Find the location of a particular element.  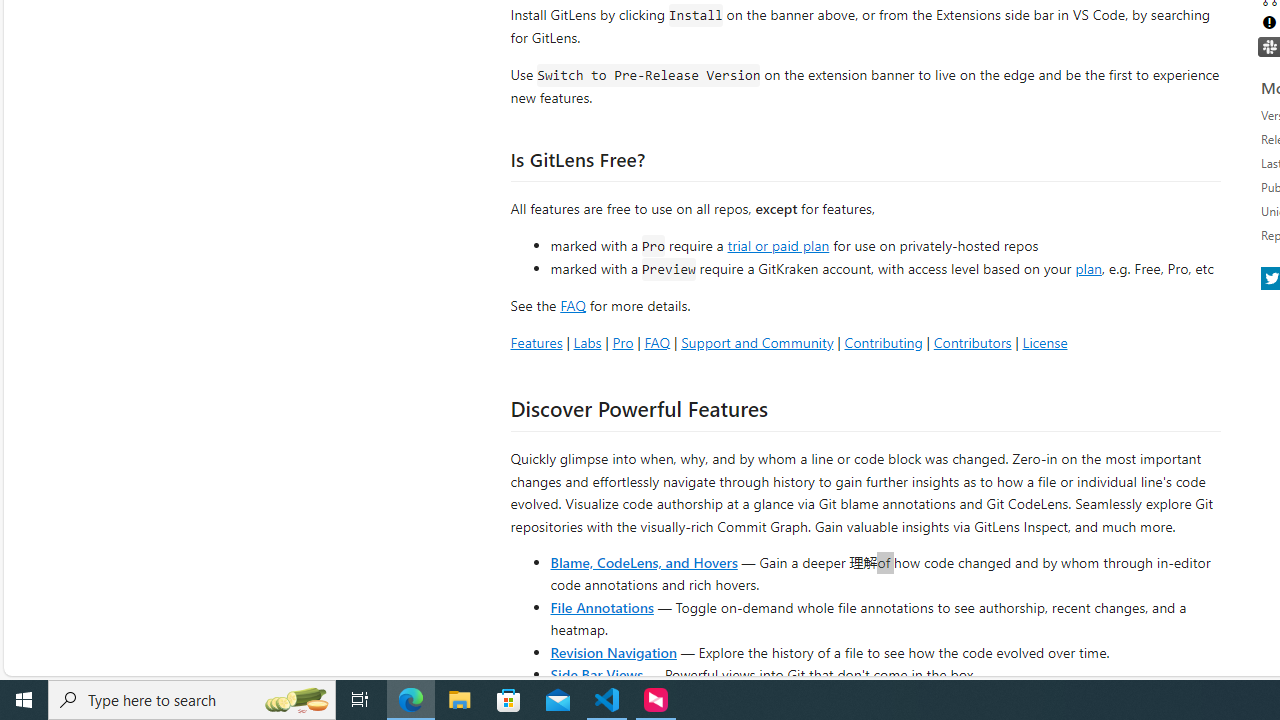

'plan' is located at coordinates (1087, 268).